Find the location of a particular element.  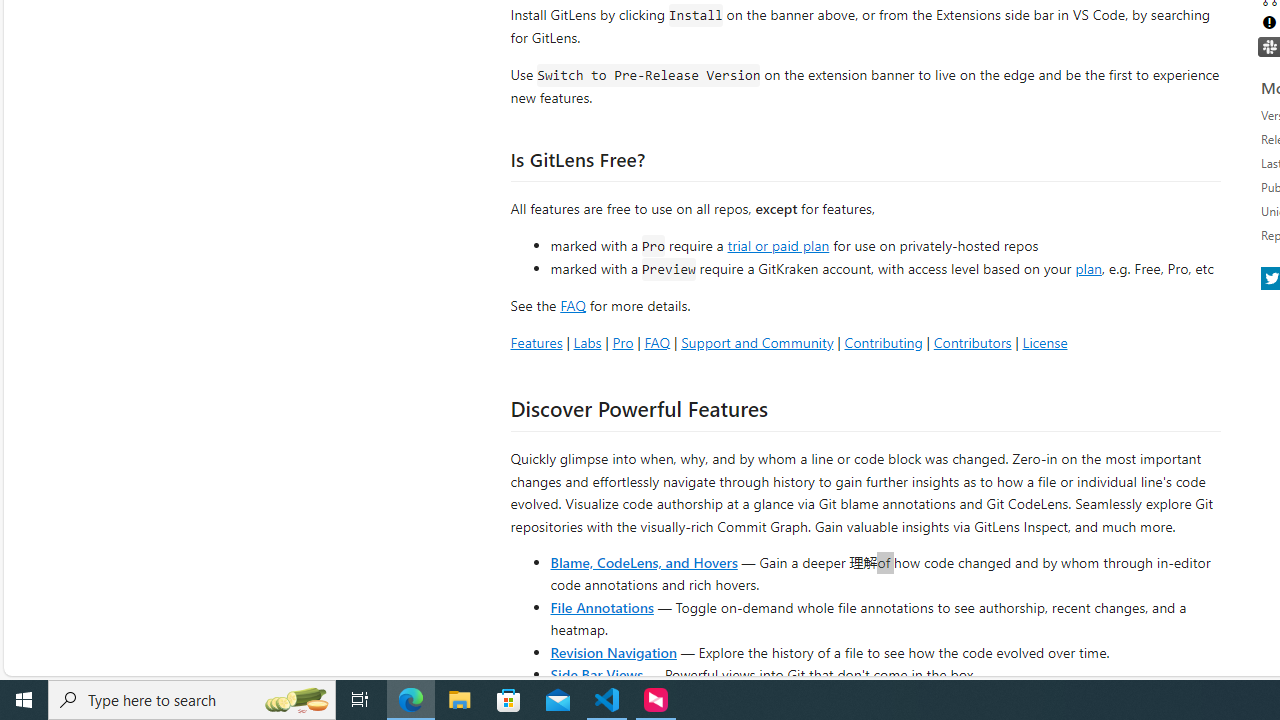

'plan' is located at coordinates (1087, 268).